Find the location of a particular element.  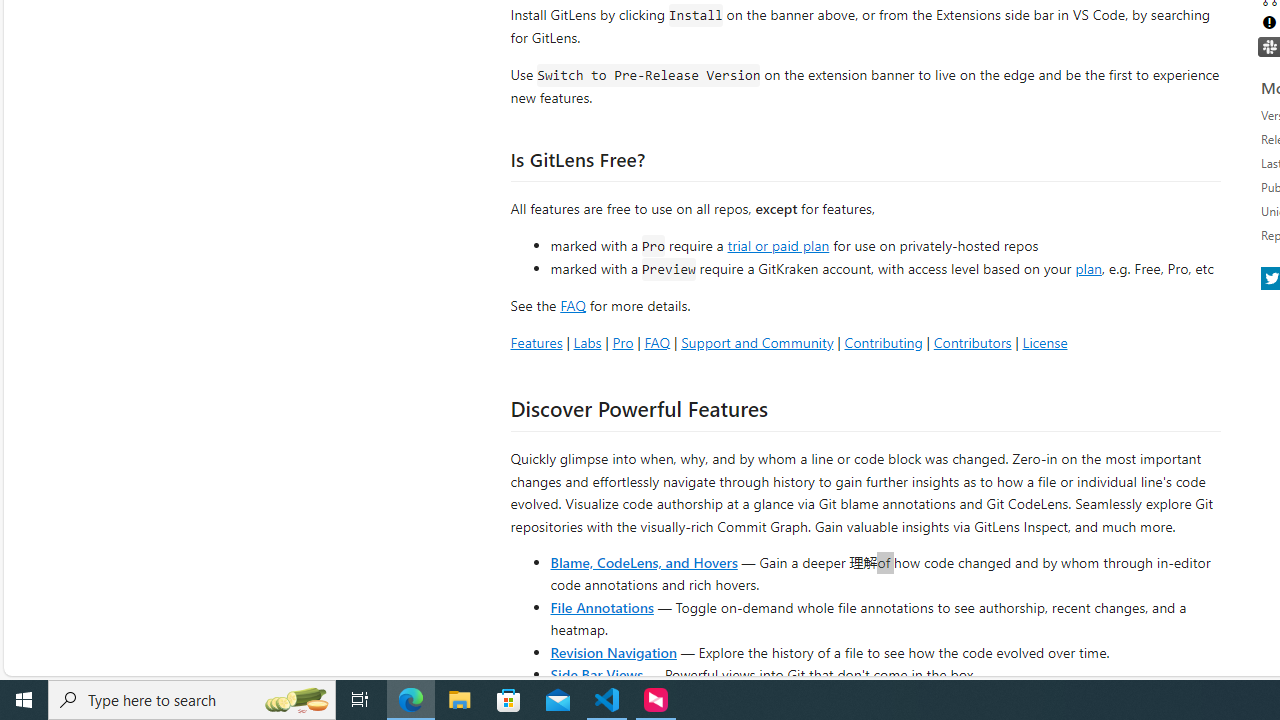

'plan' is located at coordinates (1087, 268).